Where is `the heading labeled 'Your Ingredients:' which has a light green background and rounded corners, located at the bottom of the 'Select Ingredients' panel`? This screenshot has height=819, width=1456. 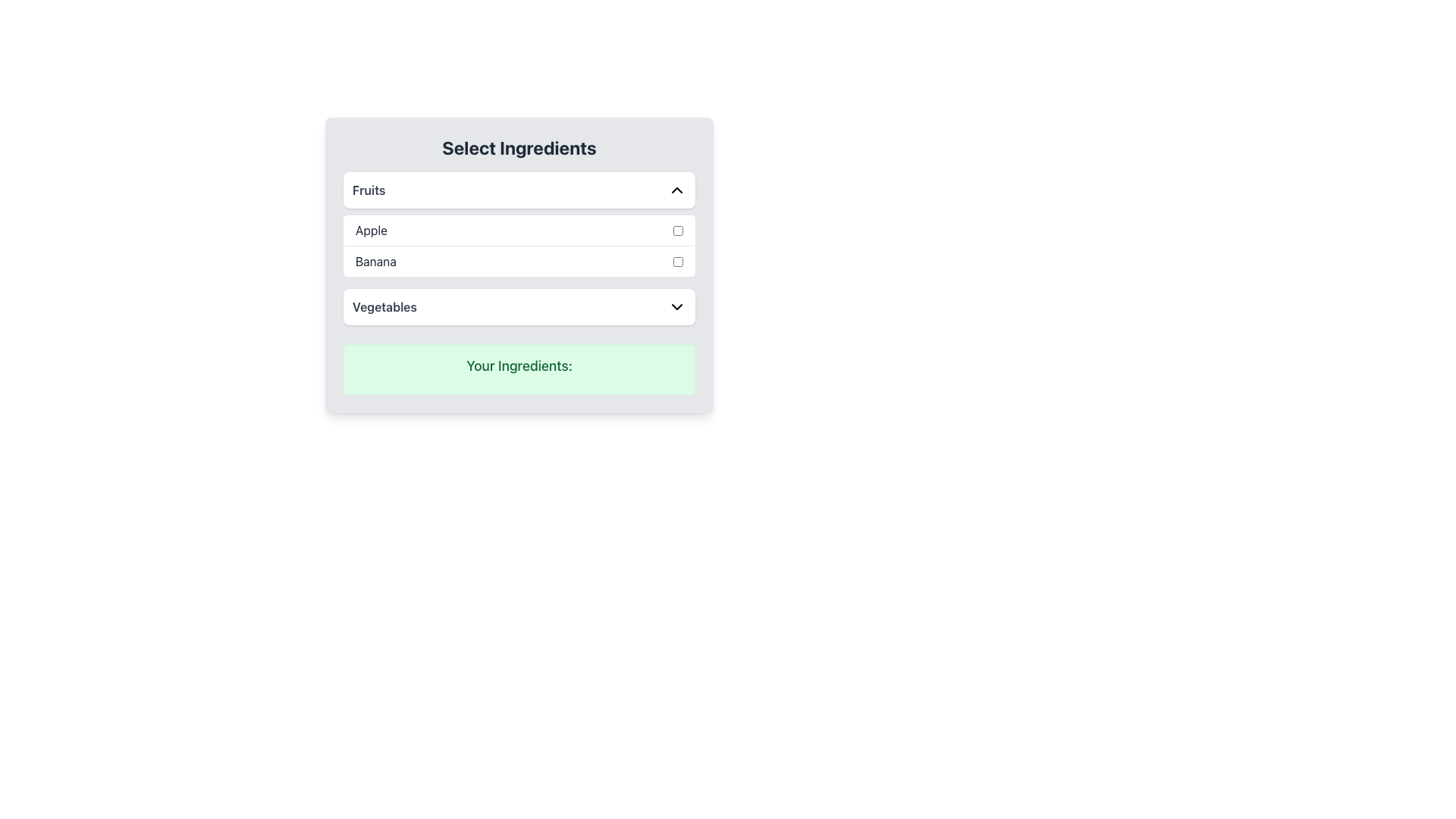 the heading labeled 'Your Ingredients:' which has a light green background and rounded corners, located at the bottom of the 'Select Ingredients' panel is located at coordinates (519, 369).